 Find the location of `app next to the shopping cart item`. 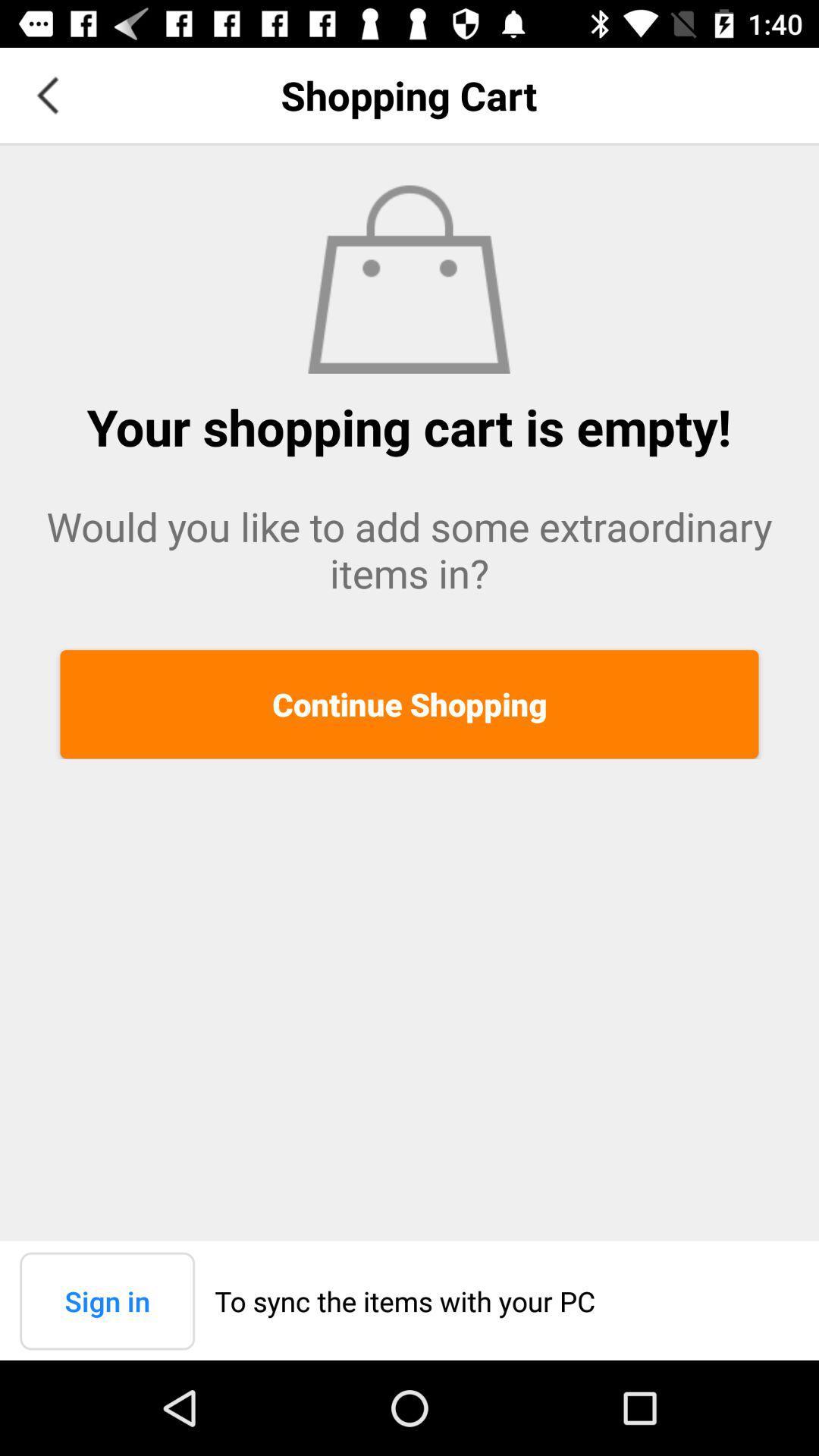

app next to the shopping cart item is located at coordinates (46, 94).